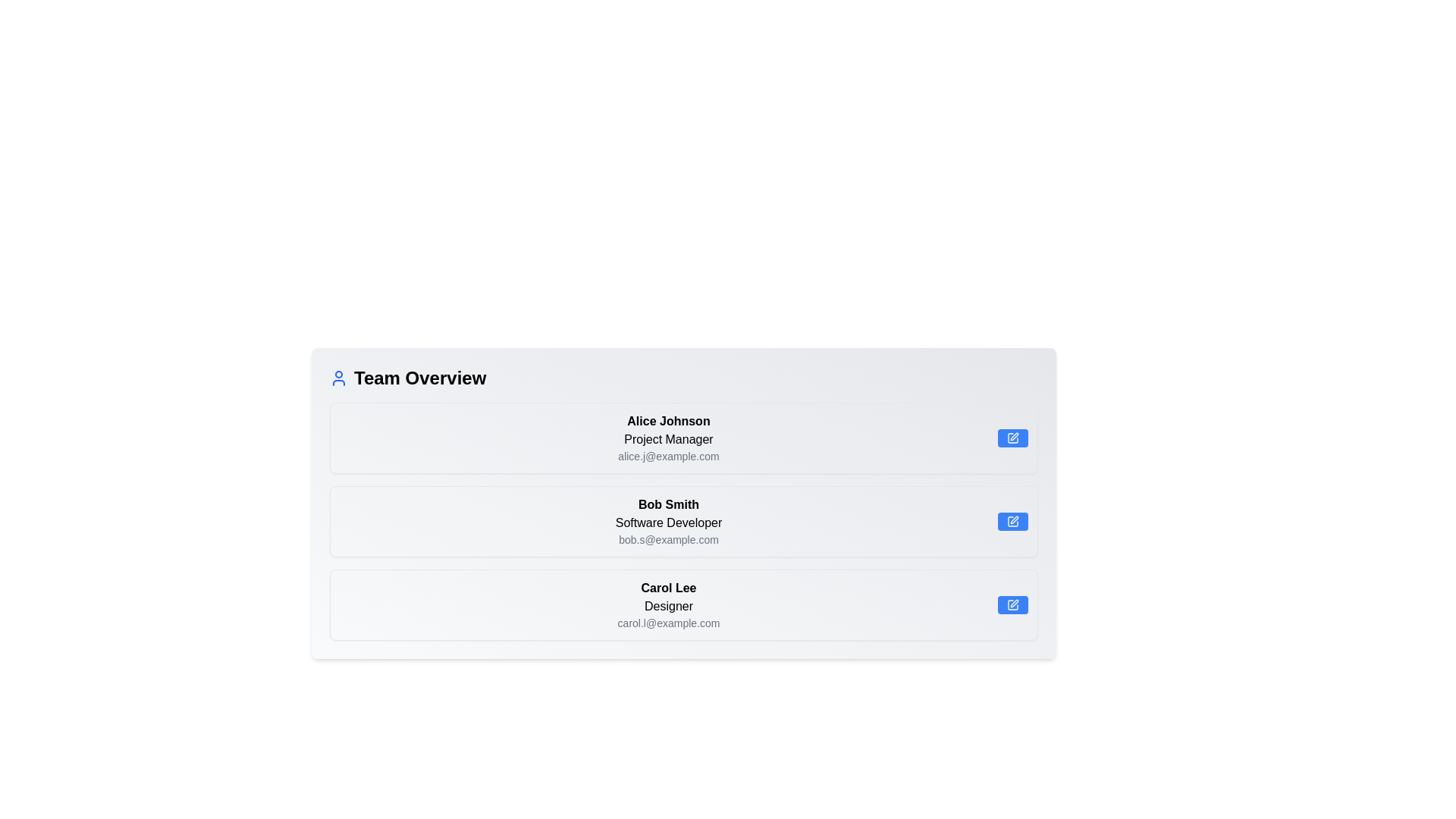 The height and width of the screenshot is (819, 1456). What do you see at coordinates (668, 539) in the screenshot?
I see `the Text element displaying the email address 'bob.s@example.com' which is centrally aligned below the job title 'Software Developer' for Bob Smith` at bounding box center [668, 539].